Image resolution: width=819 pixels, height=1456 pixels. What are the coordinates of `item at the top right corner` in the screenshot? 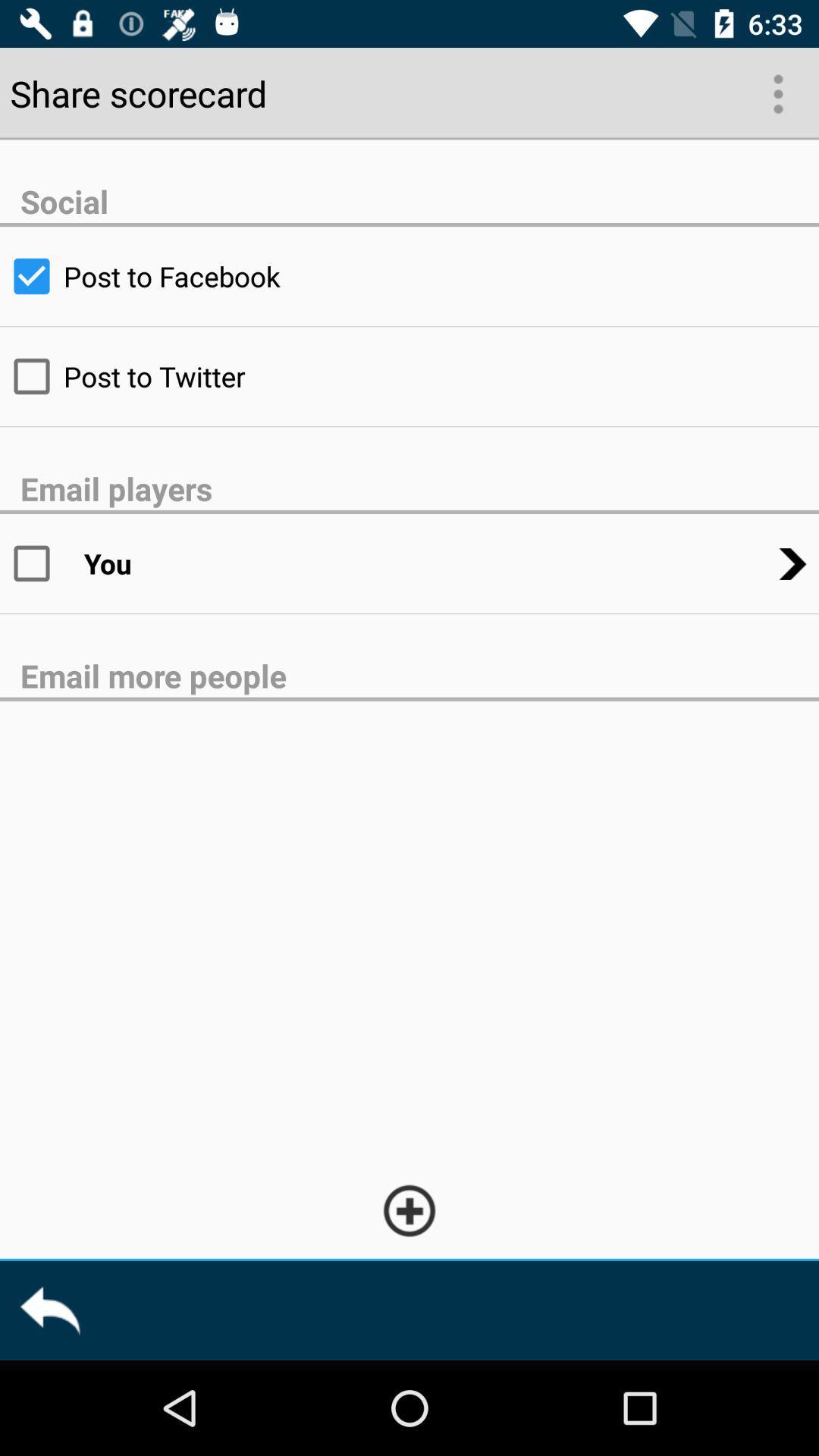 It's located at (777, 92).